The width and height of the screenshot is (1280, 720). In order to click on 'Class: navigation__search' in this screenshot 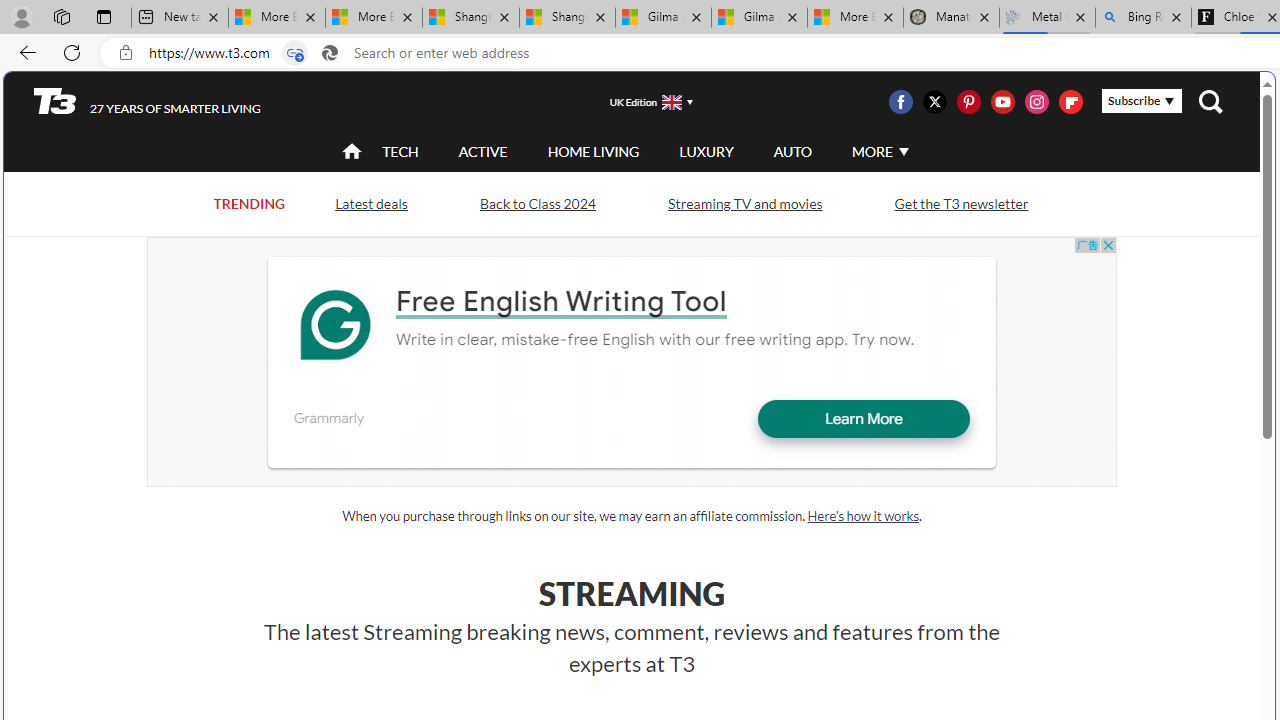, I will do `click(1209, 101)`.